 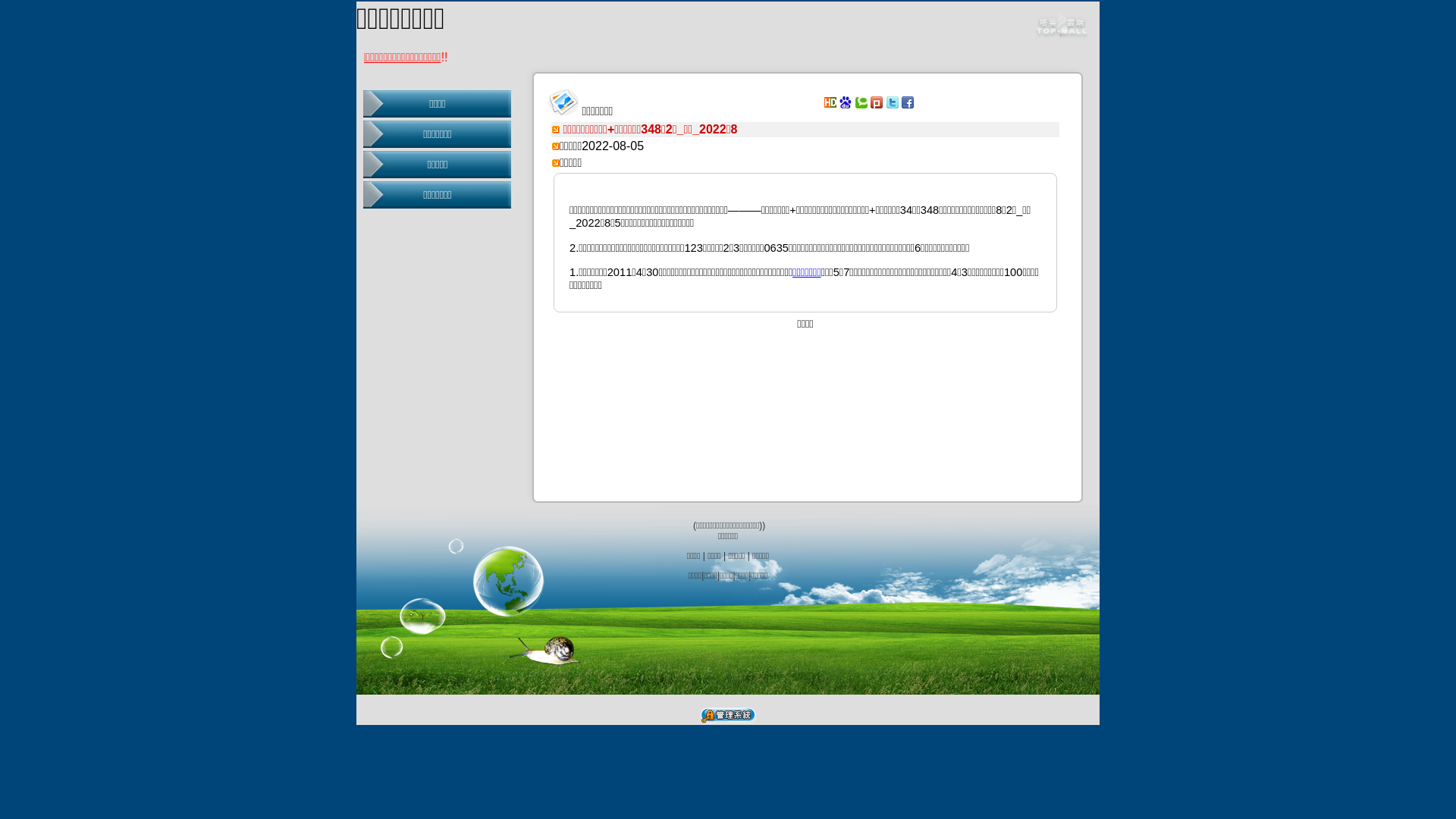 I want to click on 'HemiDemi', so click(x=829, y=102).